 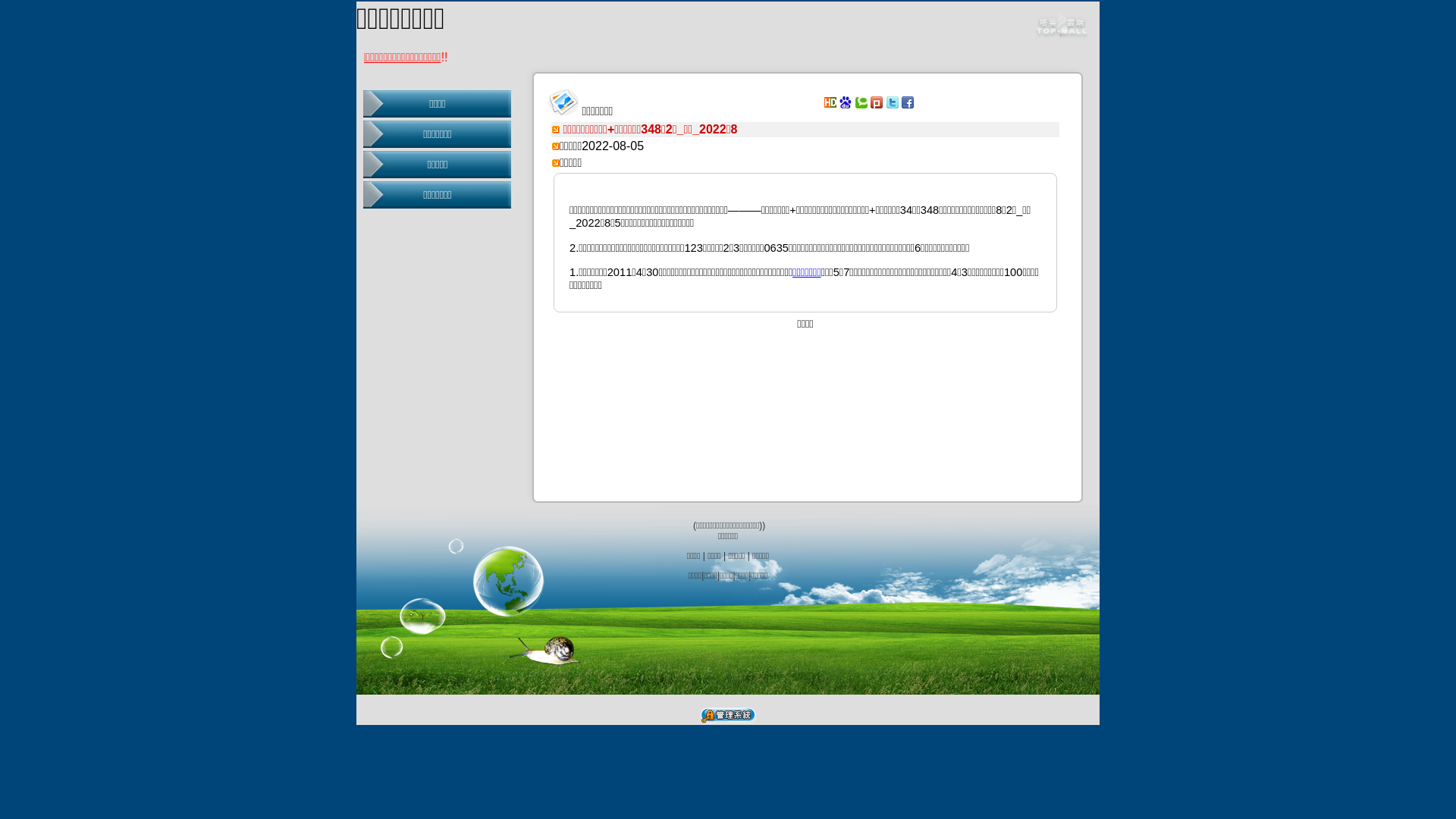 I want to click on 'HemiDemi', so click(x=829, y=102).